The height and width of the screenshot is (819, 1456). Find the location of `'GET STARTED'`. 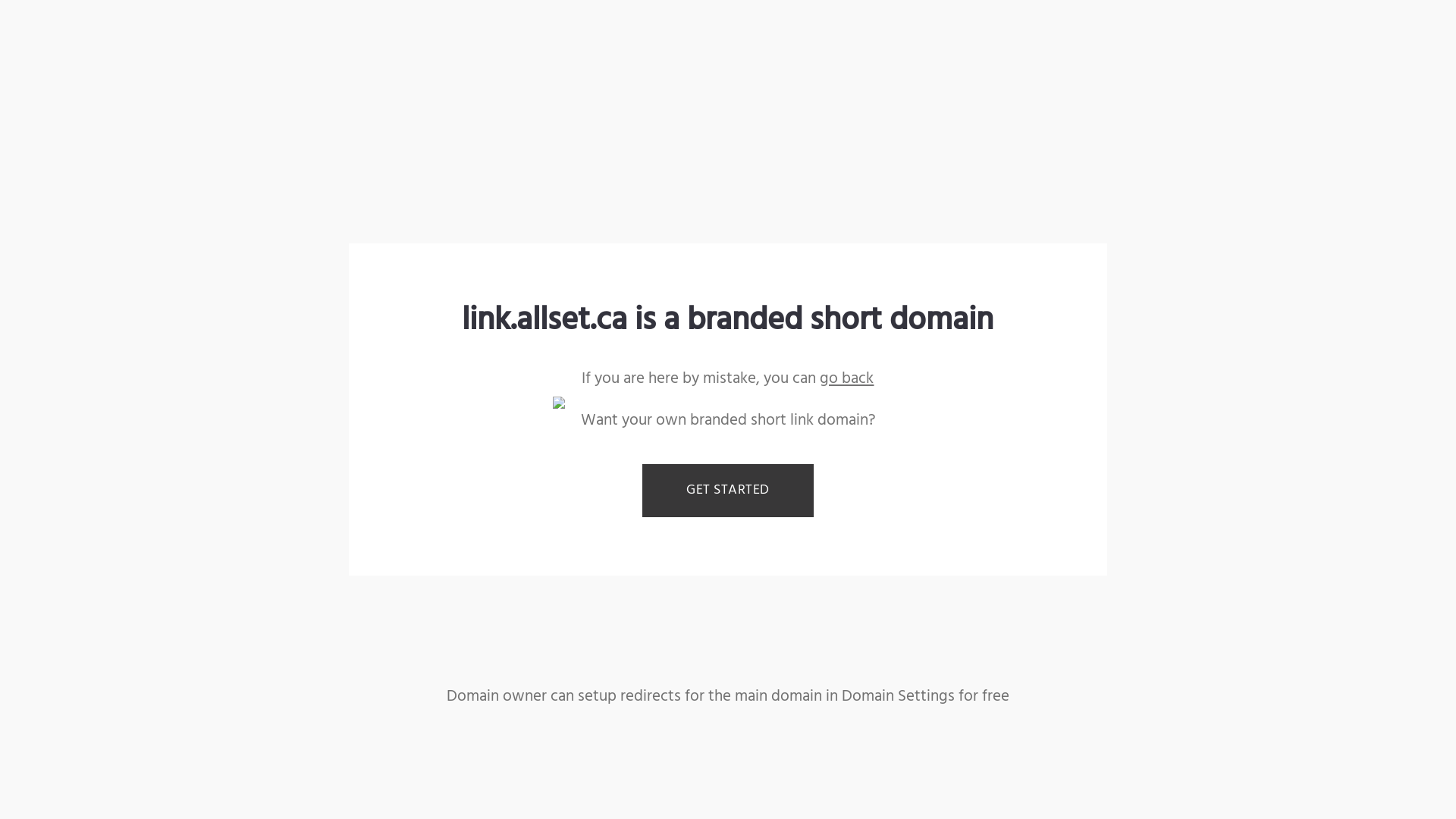

'GET STARTED' is located at coordinates (726, 491).